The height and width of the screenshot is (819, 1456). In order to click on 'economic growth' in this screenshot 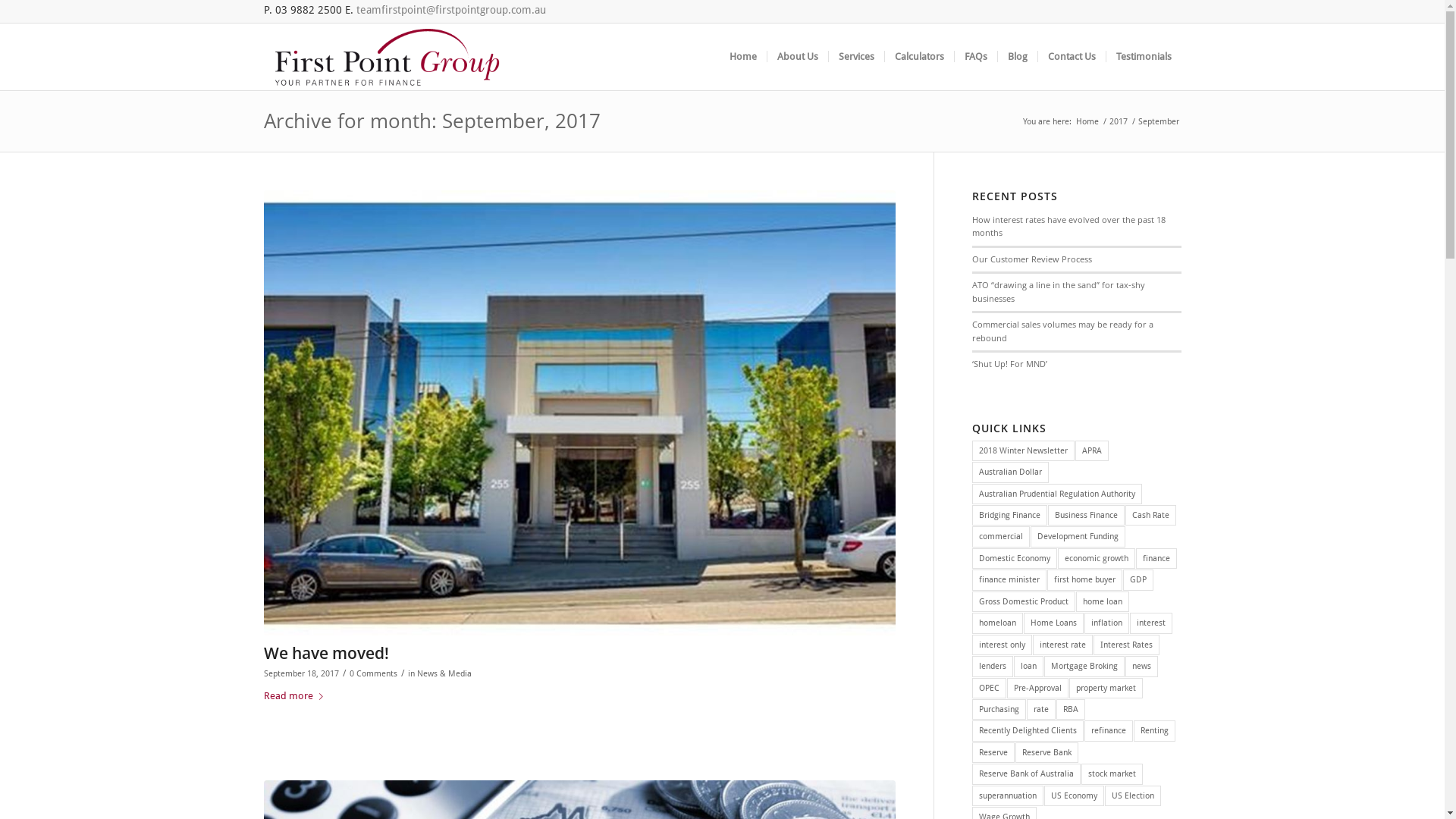, I will do `click(1096, 558)`.